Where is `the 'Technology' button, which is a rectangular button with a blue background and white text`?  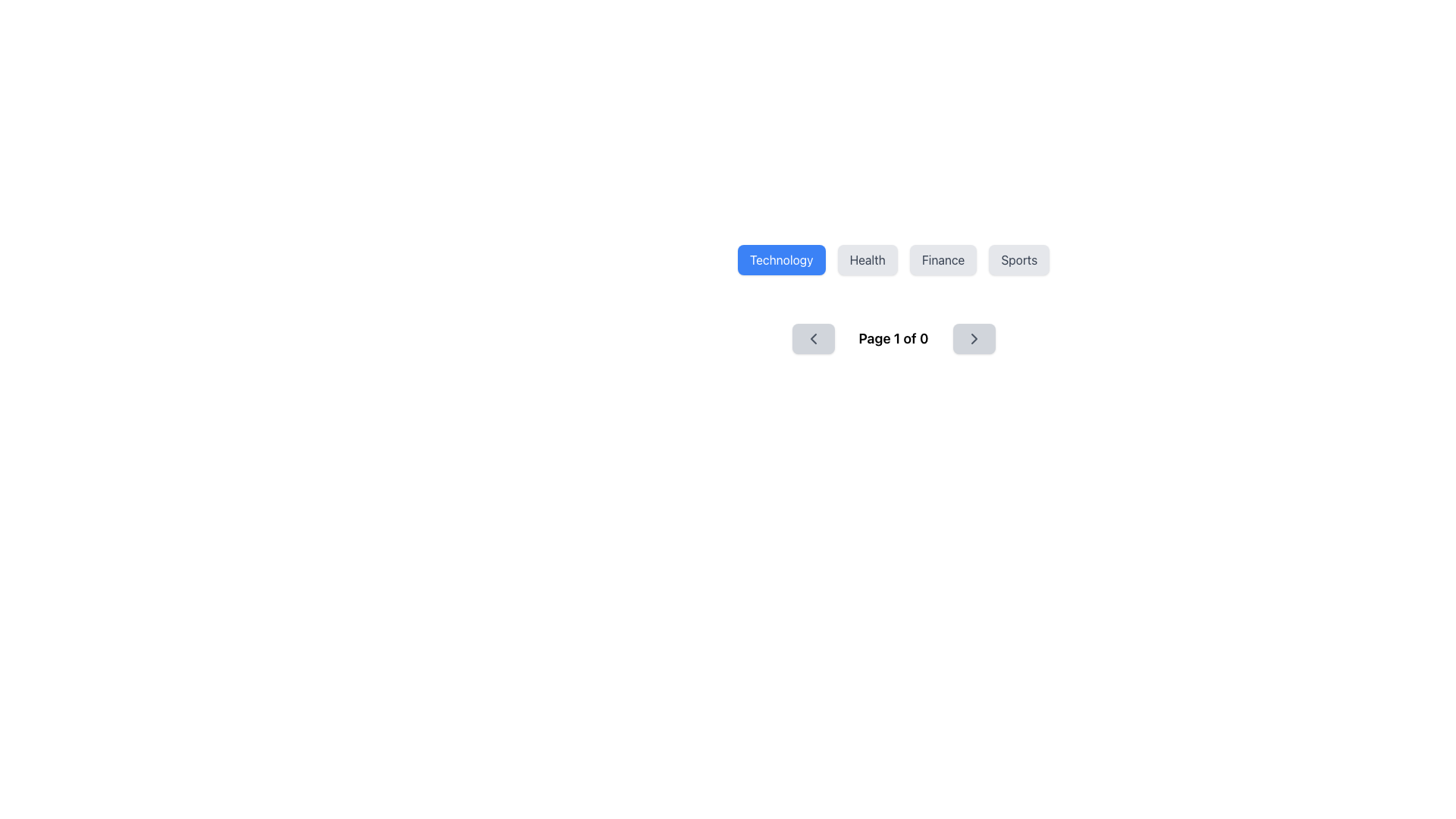 the 'Technology' button, which is a rectangular button with a blue background and white text is located at coordinates (781, 259).